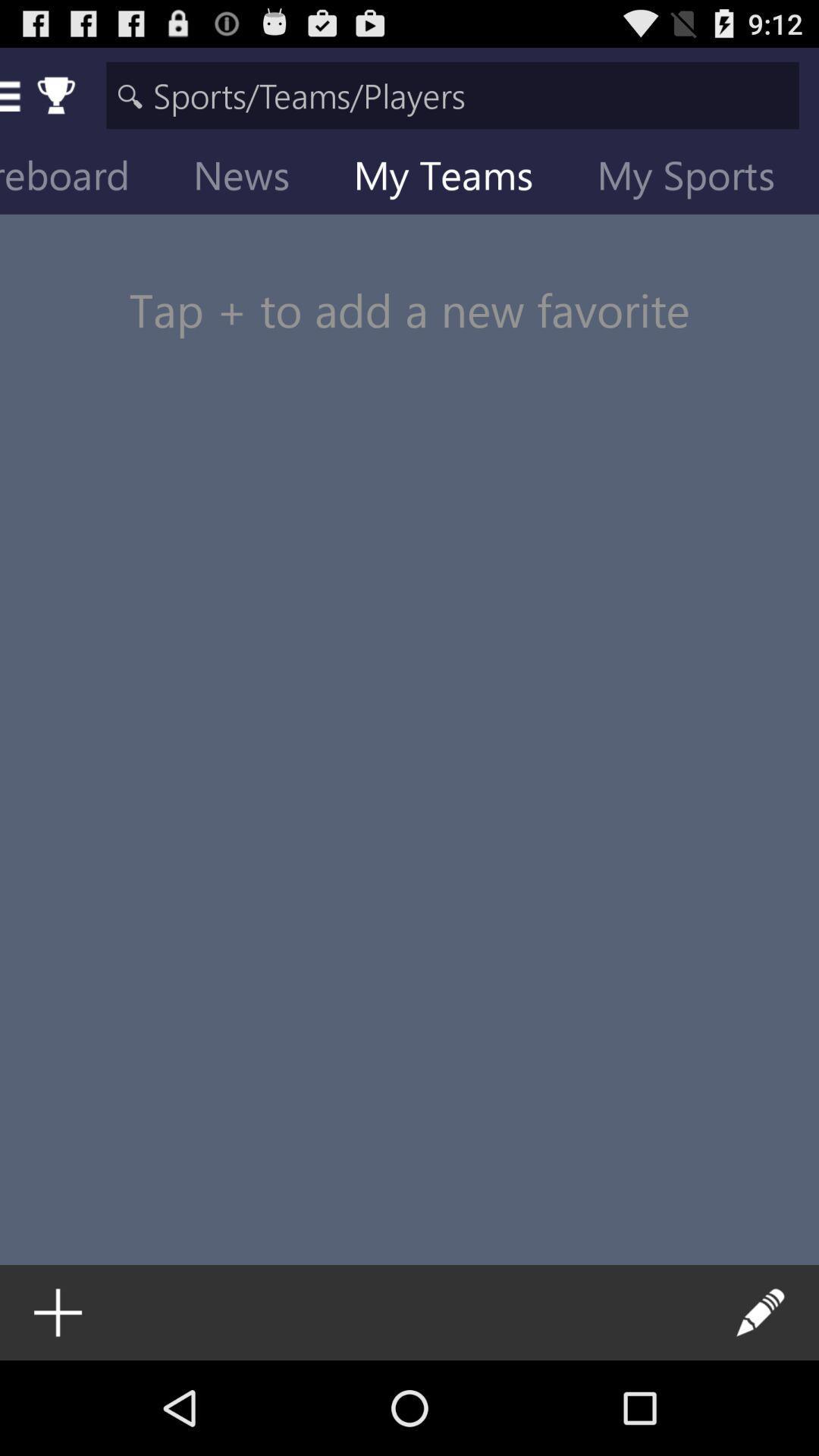 The height and width of the screenshot is (1456, 819). I want to click on icon below the scoreboard item, so click(409, 281).